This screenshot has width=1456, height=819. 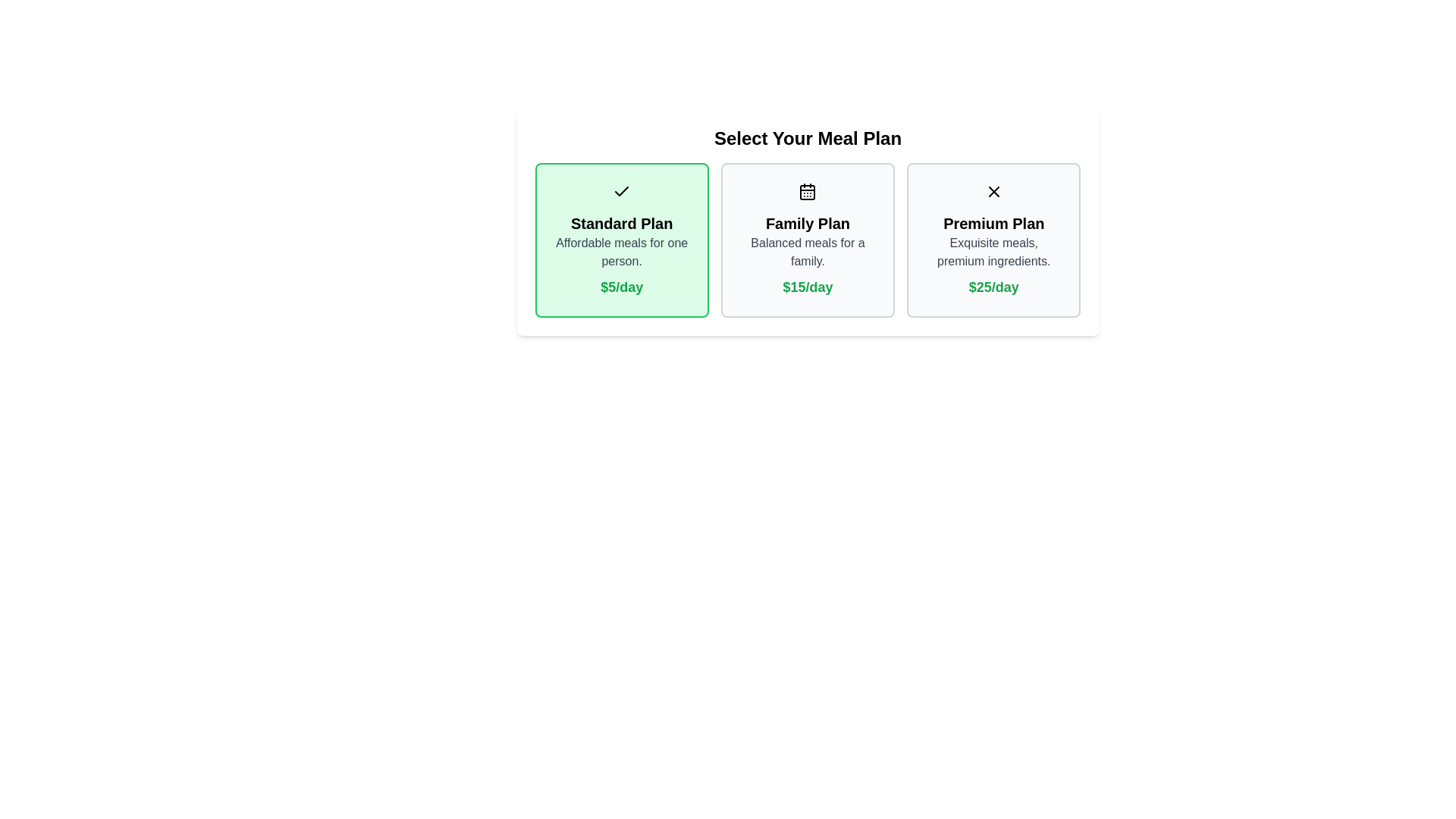 I want to click on the state of the selection indicator icon for the 'Standard Plan' option located near the top-left corner of the green box, so click(x=622, y=191).